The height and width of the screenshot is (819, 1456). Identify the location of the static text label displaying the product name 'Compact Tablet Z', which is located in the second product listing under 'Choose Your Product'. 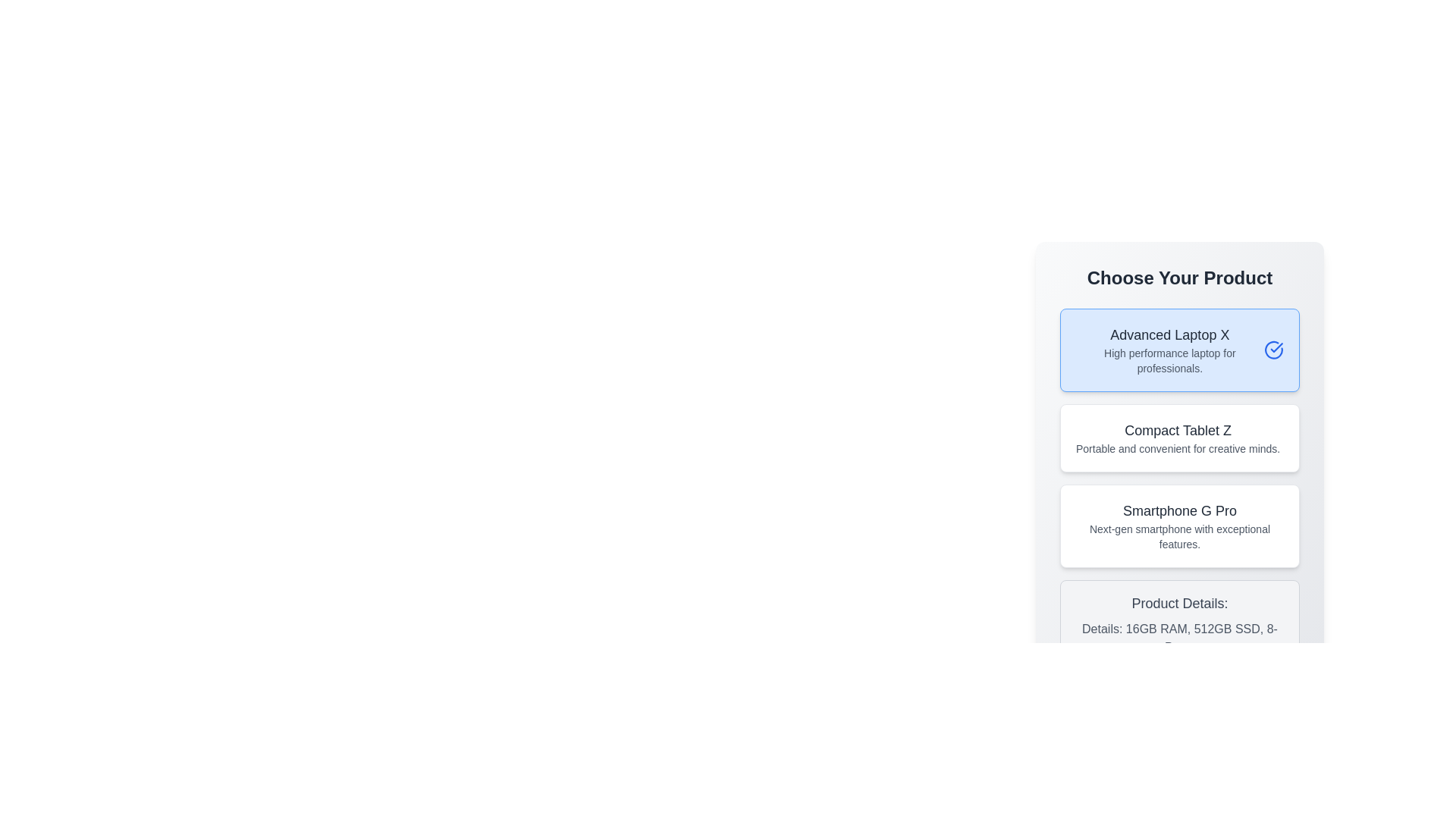
(1177, 430).